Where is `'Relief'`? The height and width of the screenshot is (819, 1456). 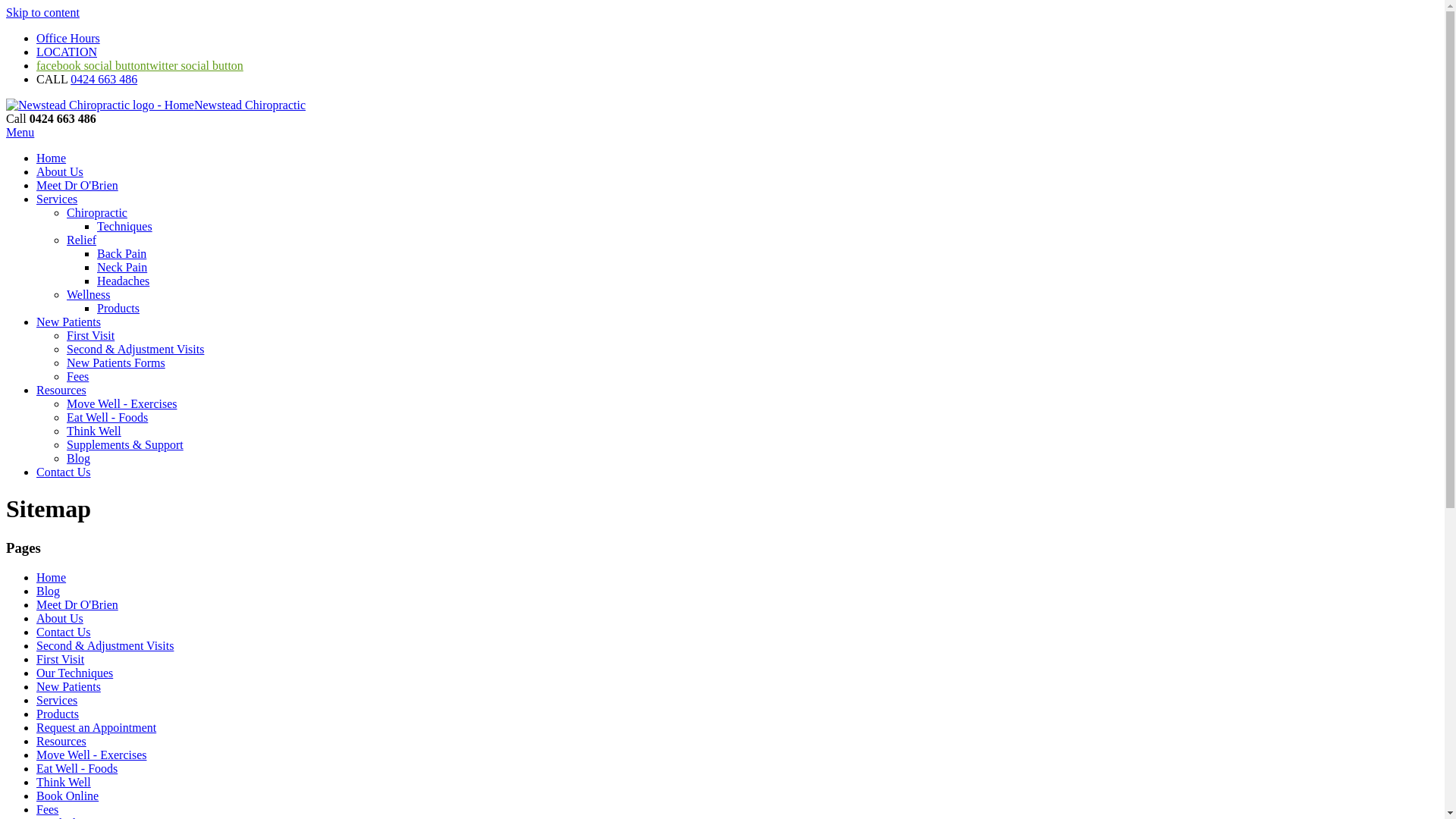
'Relief' is located at coordinates (80, 239).